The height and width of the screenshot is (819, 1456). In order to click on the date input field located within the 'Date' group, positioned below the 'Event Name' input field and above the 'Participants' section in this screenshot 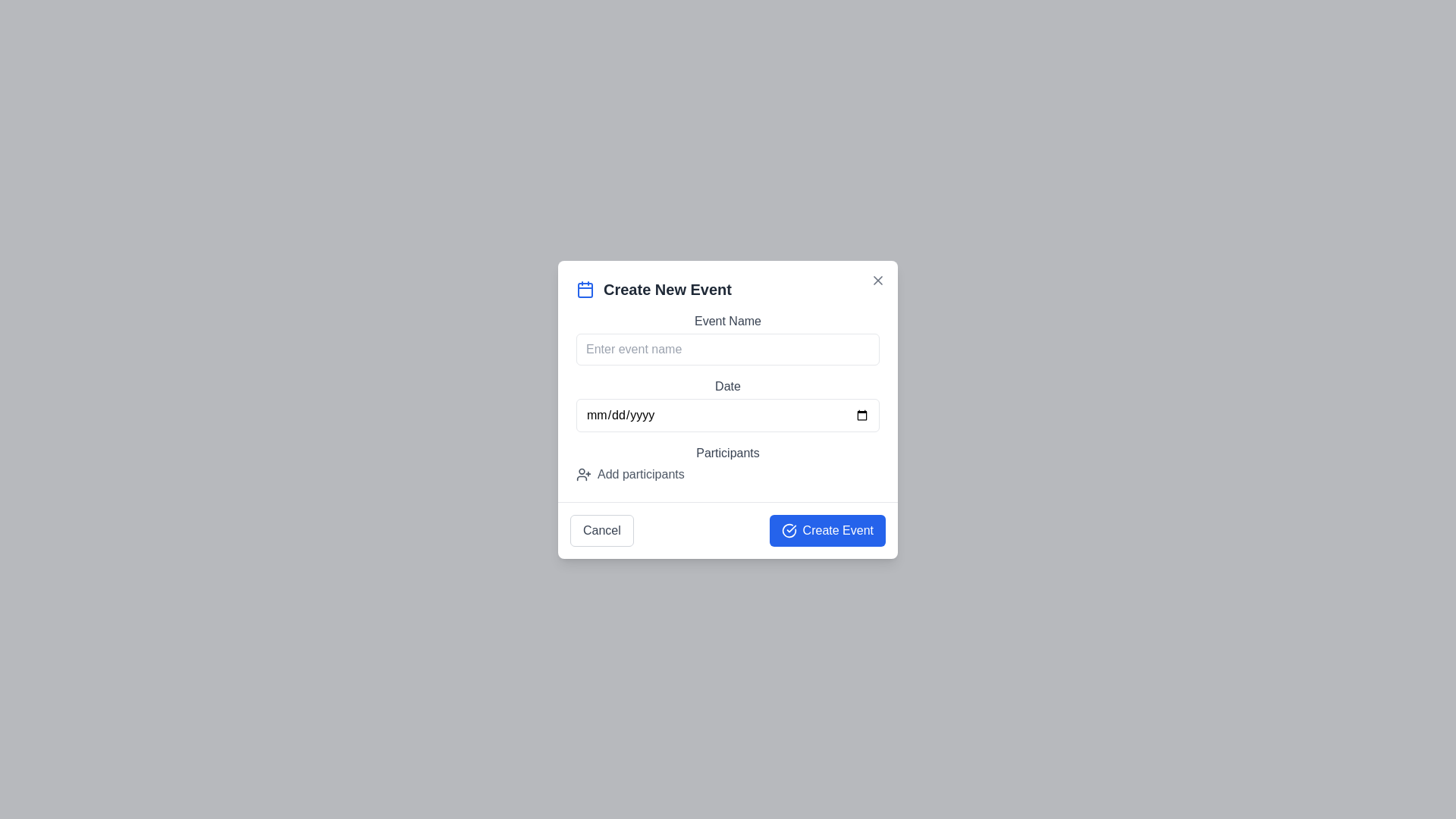, I will do `click(728, 415)`.